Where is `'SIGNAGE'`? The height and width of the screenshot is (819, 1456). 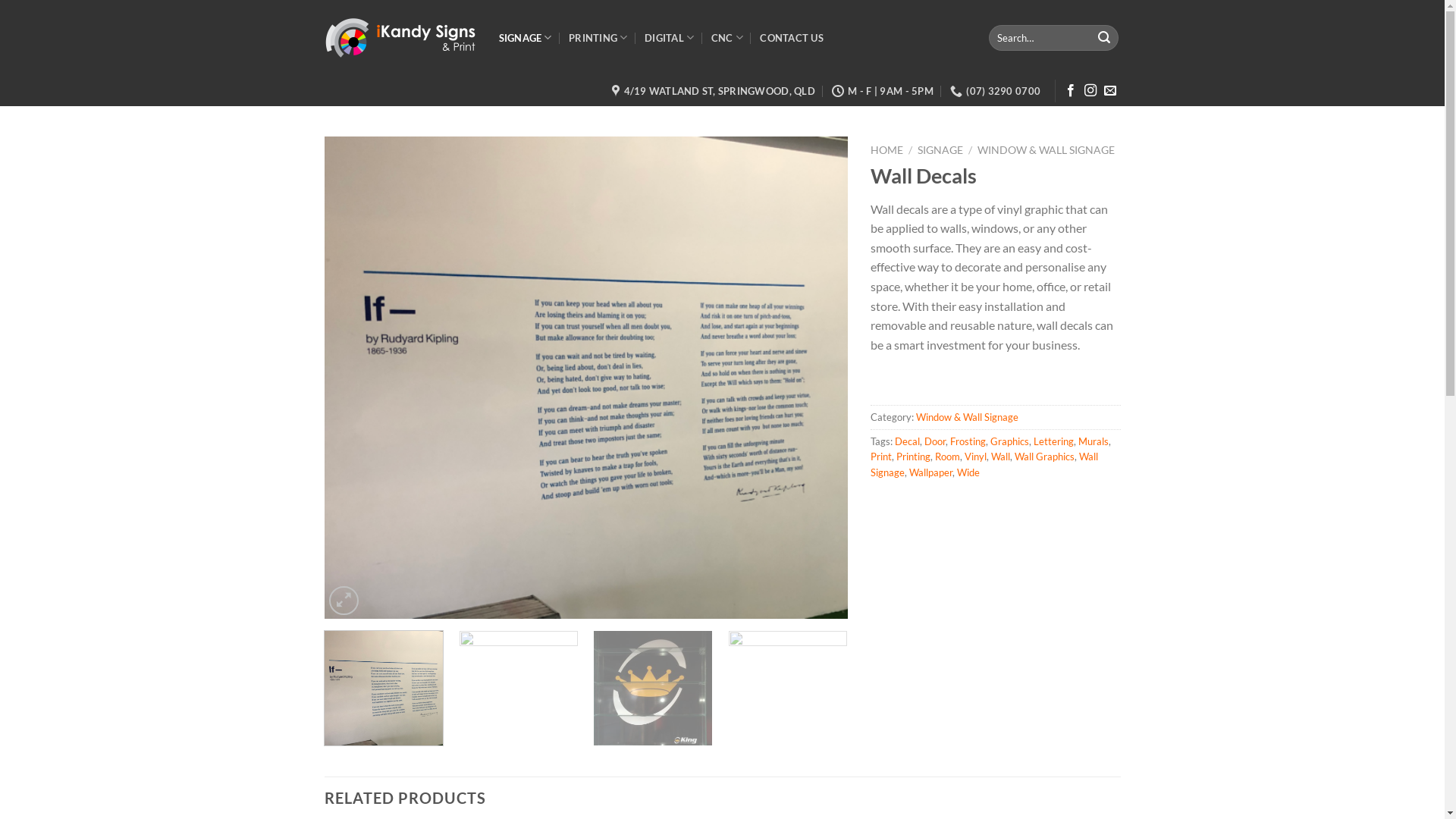
'SIGNAGE' is located at coordinates (525, 36).